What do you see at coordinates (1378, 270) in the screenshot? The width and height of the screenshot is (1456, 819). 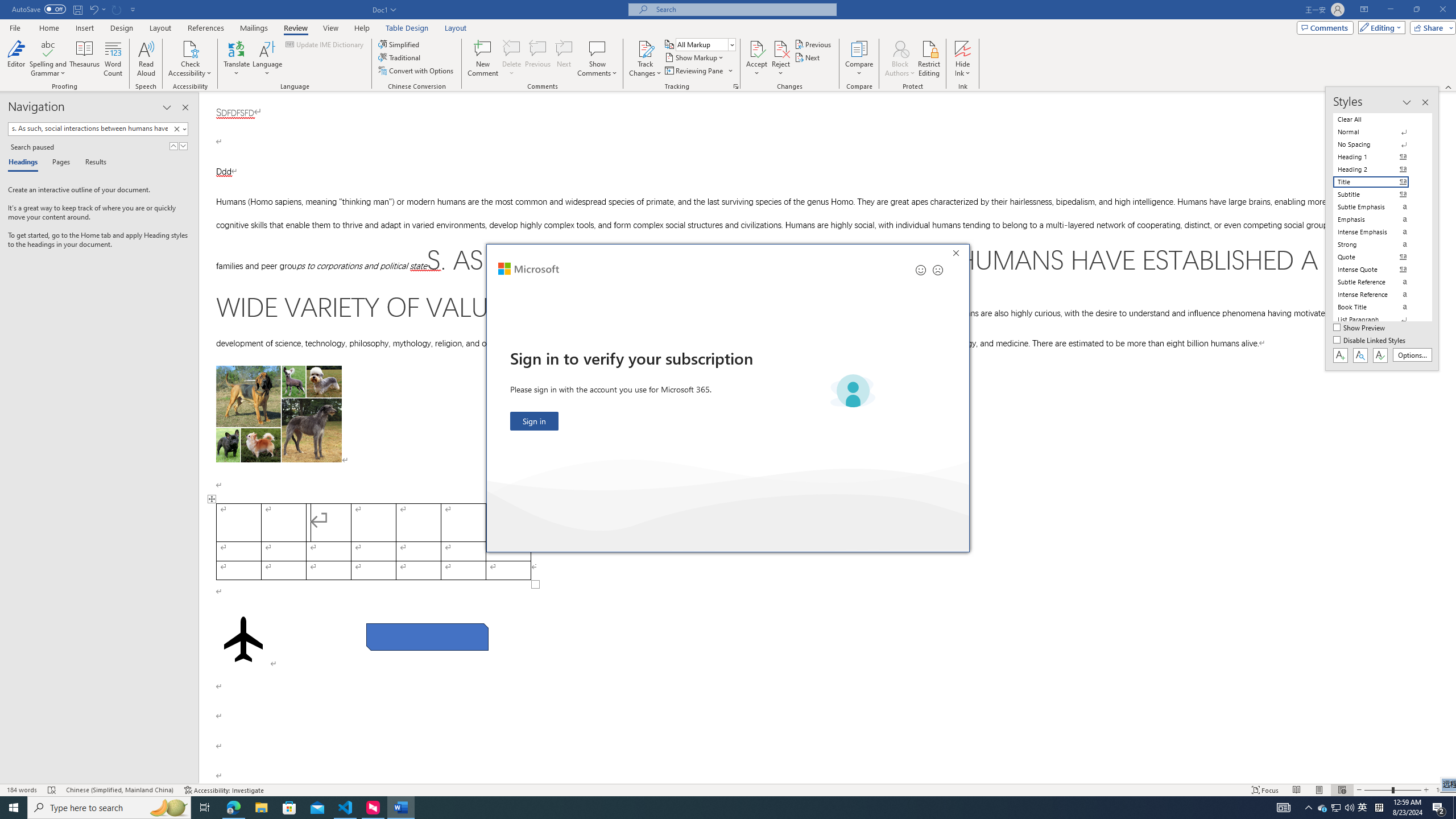 I see `'Intense Quote'` at bounding box center [1378, 270].